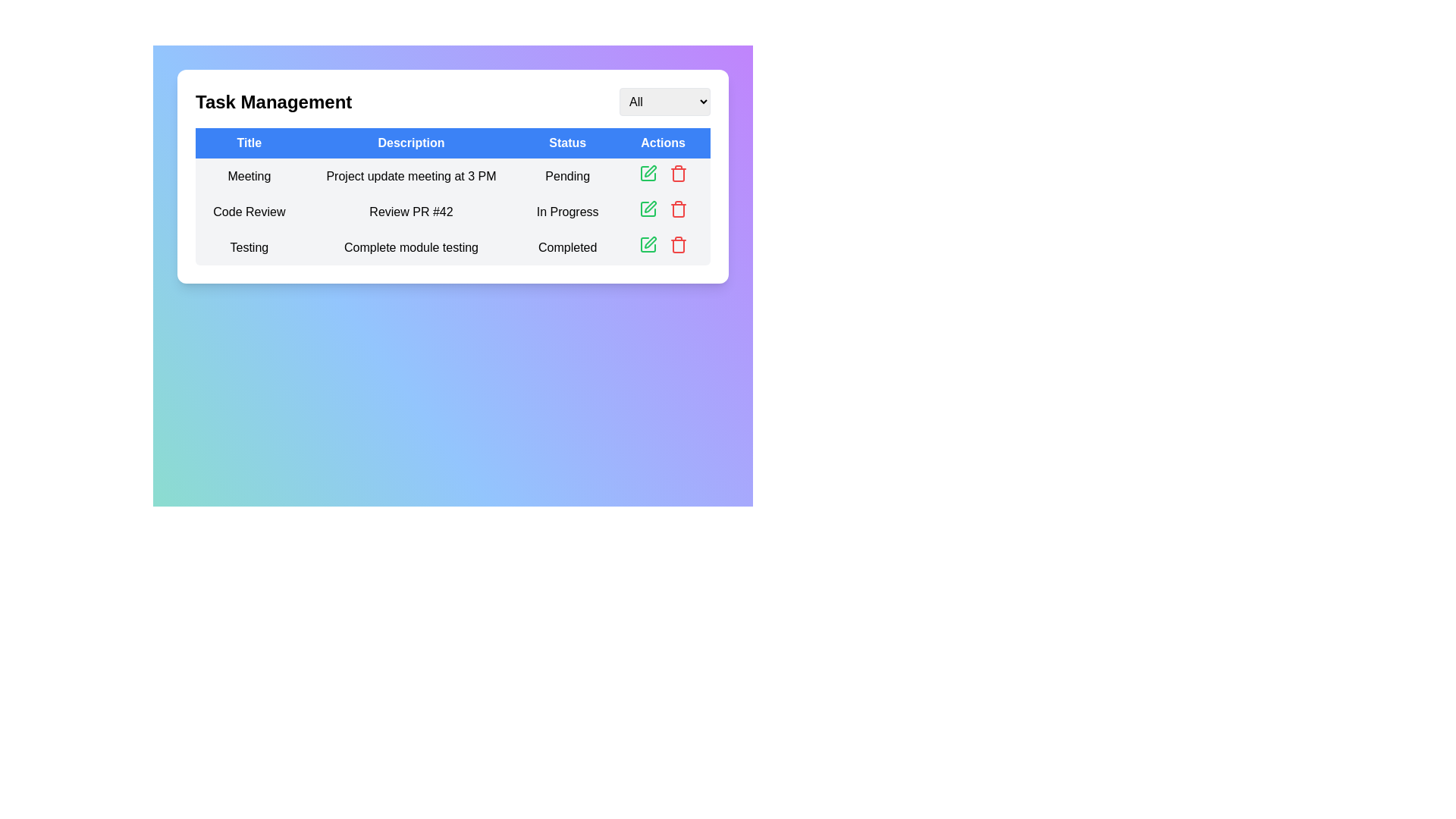  What do you see at coordinates (566, 175) in the screenshot?
I see `status text displayed in the first row of the 'Status' column, which is right-aligned to the 'Description' column and left-aligned to the 'Actions' column` at bounding box center [566, 175].